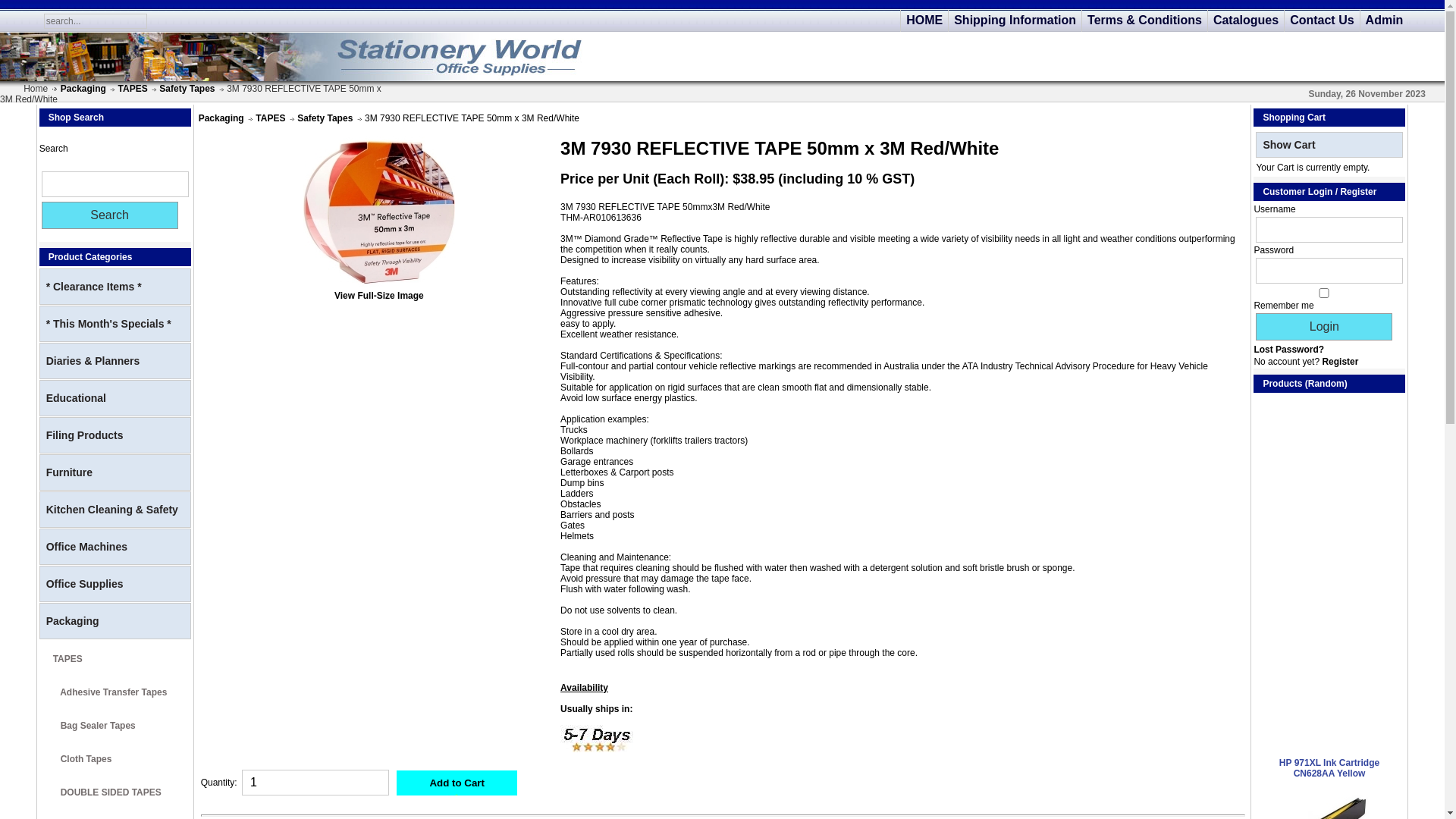 The width and height of the screenshot is (1456, 819). What do you see at coordinates (115, 360) in the screenshot?
I see `'Diaries & Planners'` at bounding box center [115, 360].